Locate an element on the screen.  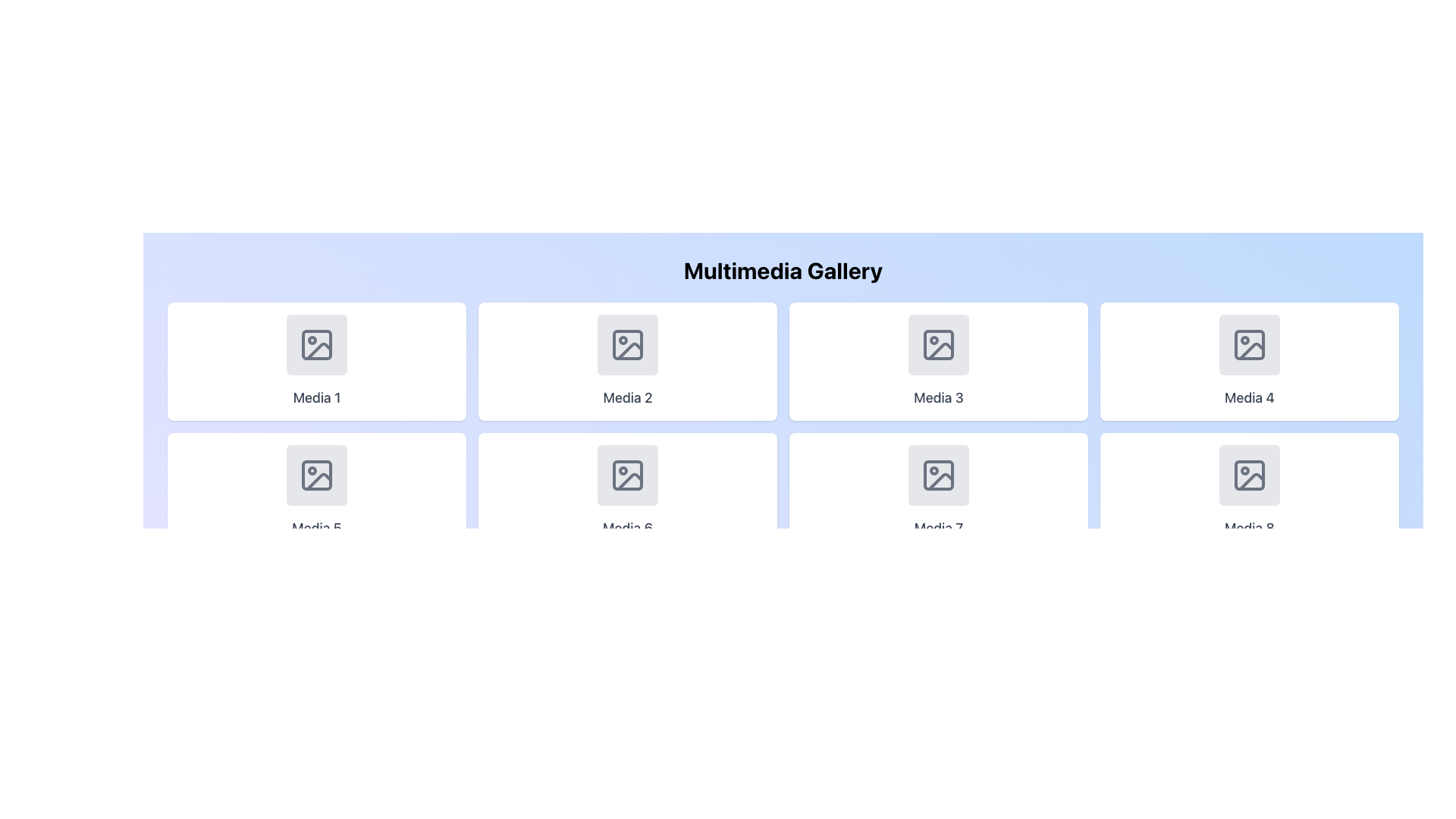
the innermost square within the image icon located in the seventh media block of the gallery, which is in the second row and first column is located at coordinates (938, 475).